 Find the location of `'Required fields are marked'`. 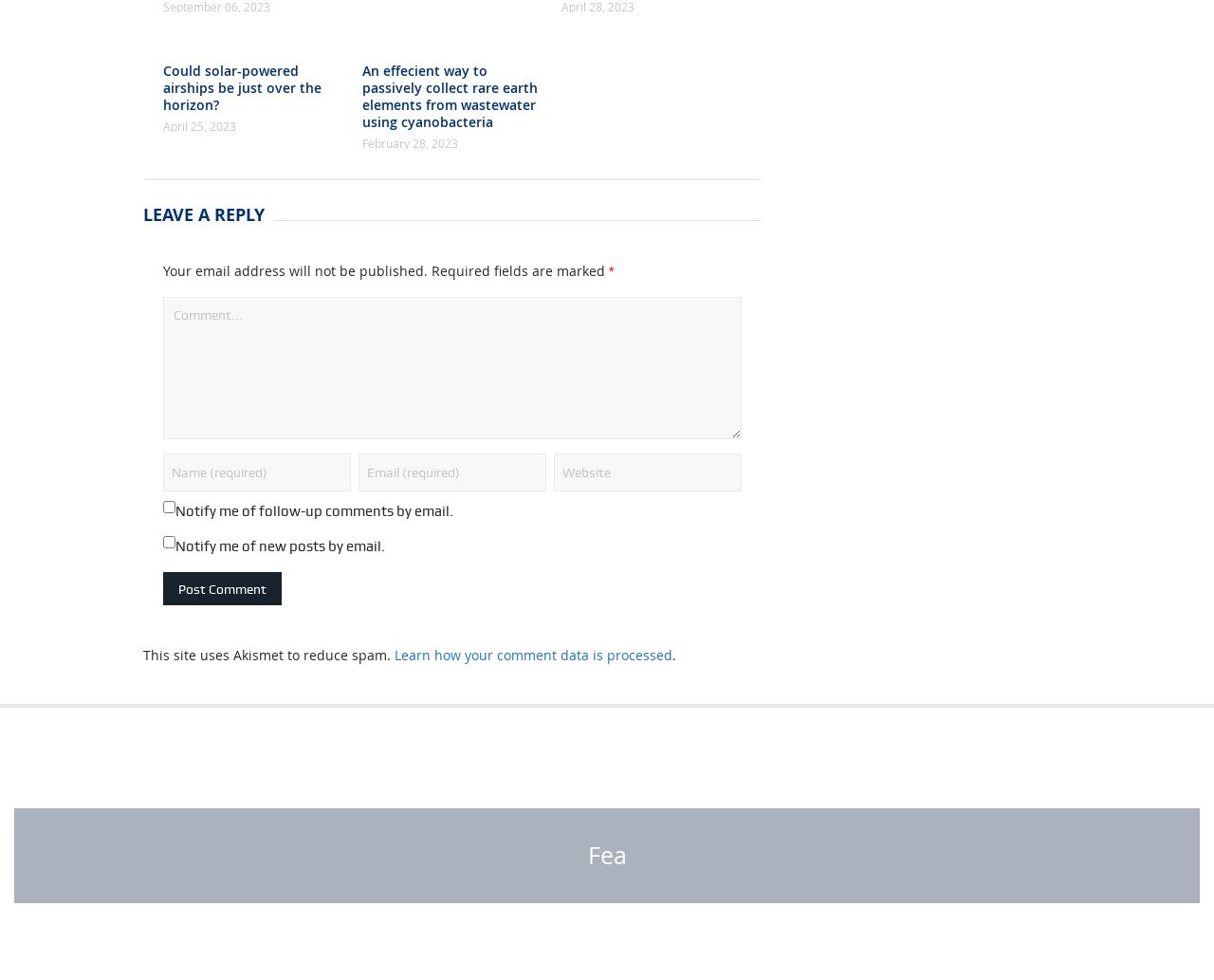

'Required fields are marked' is located at coordinates (520, 319).